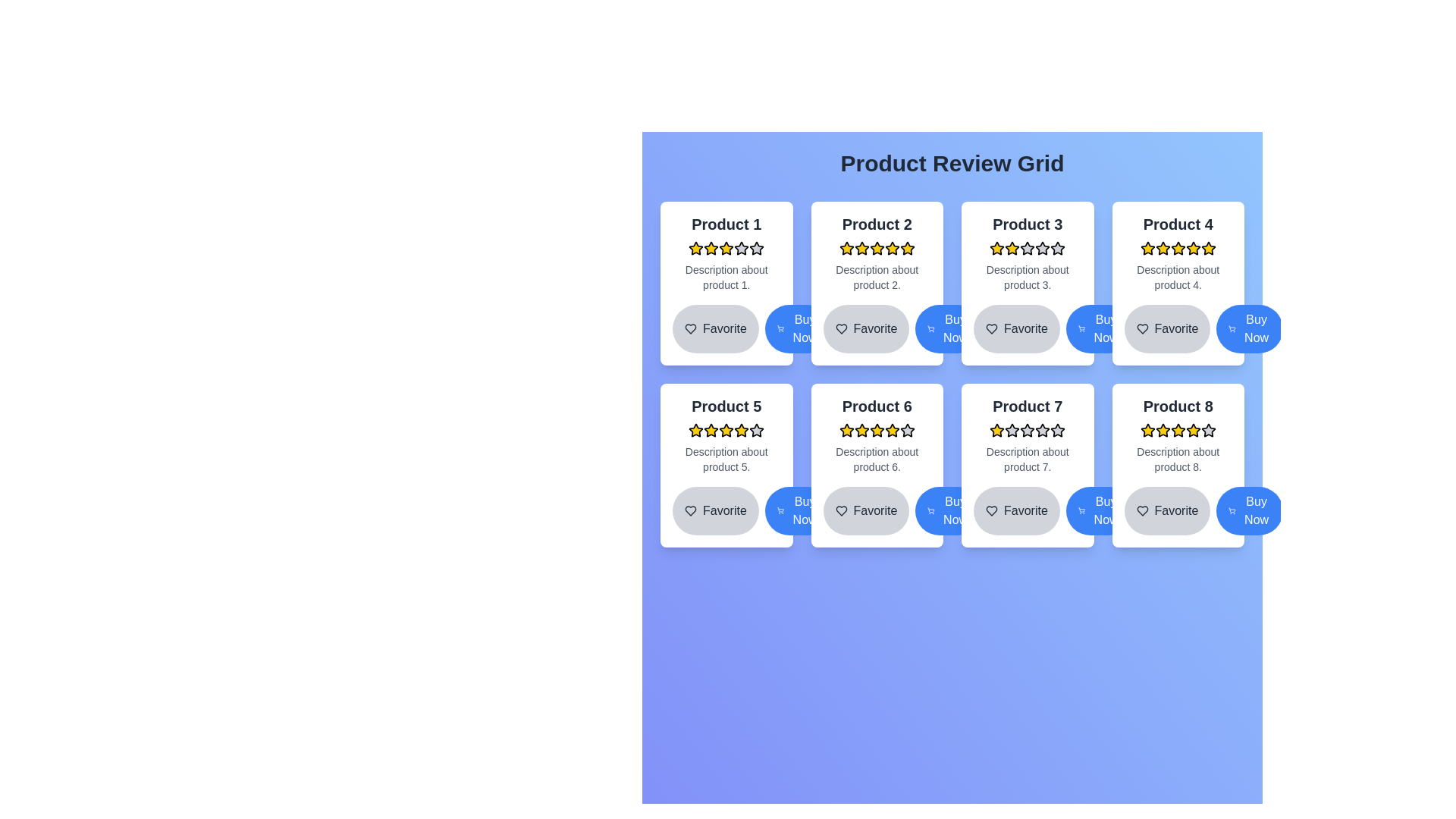 The image size is (1456, 819). What do you see at coordinates (1177, 430) in the screenshot?
I see `the rating represented by the stars on the Rating indicator, which consists of five star icons with the fourth star highlighted, located within the 'Product 8' card` at bounding box center [1177, 430].